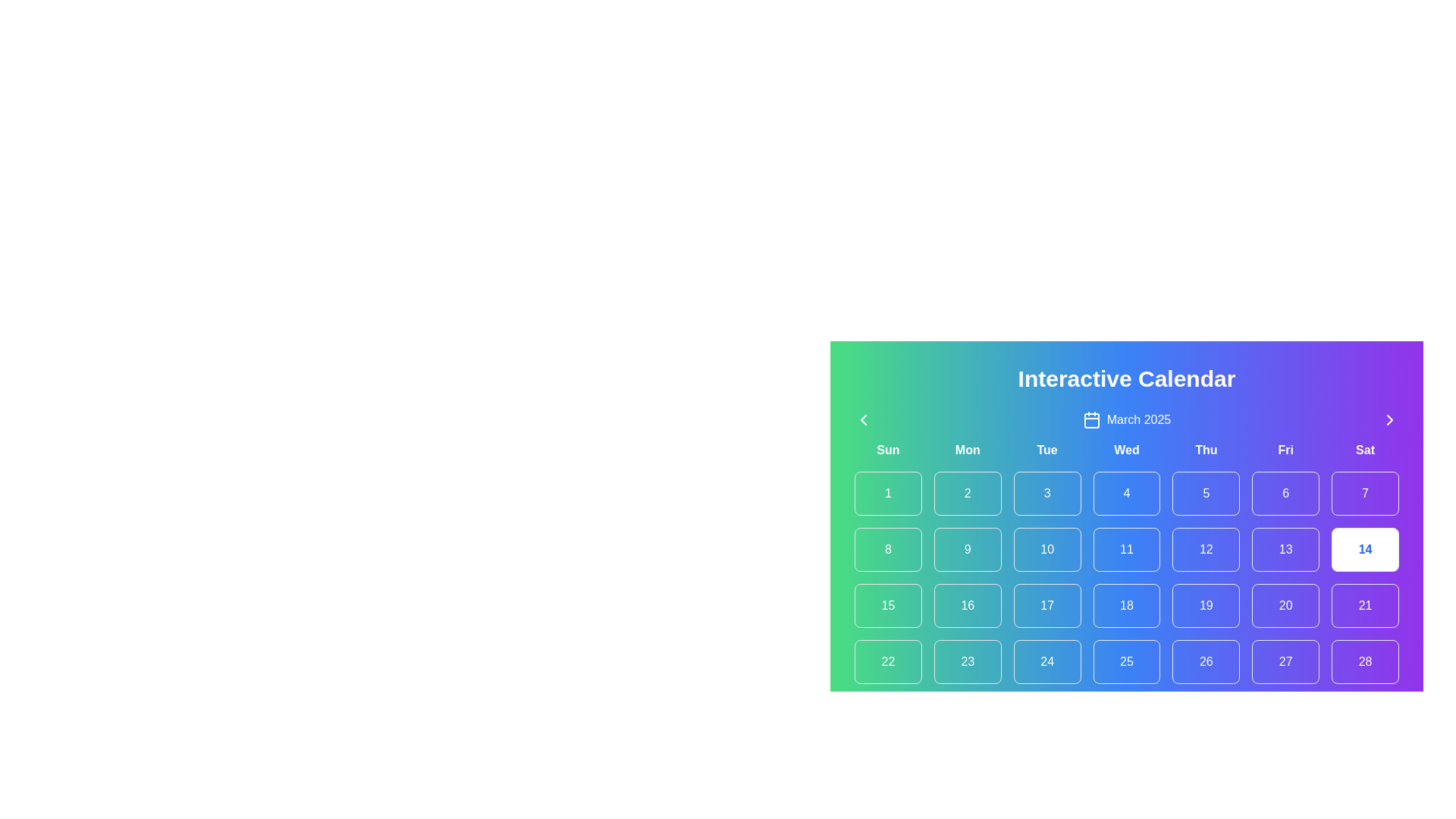  I want to click on the rectangular button with rounded edges labeled '23' in the calendar grid under the 'Mon' column, so click(967, 661).